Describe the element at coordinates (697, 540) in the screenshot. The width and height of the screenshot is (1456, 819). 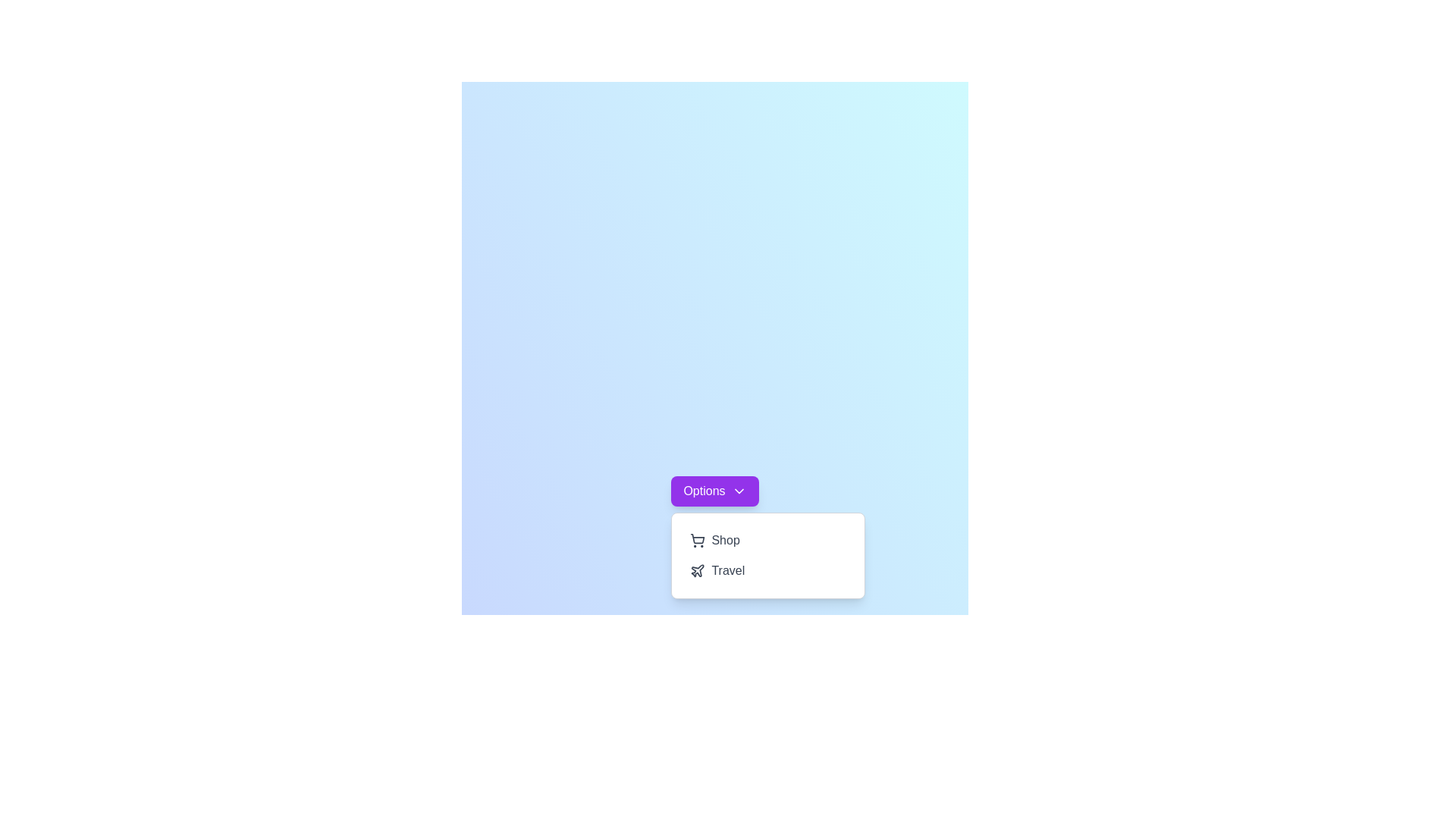
I see `the shopping cart icon in the 'Shop' menu, which is styled with a modern line art design and is located next to the 'Shop' text` at that location.